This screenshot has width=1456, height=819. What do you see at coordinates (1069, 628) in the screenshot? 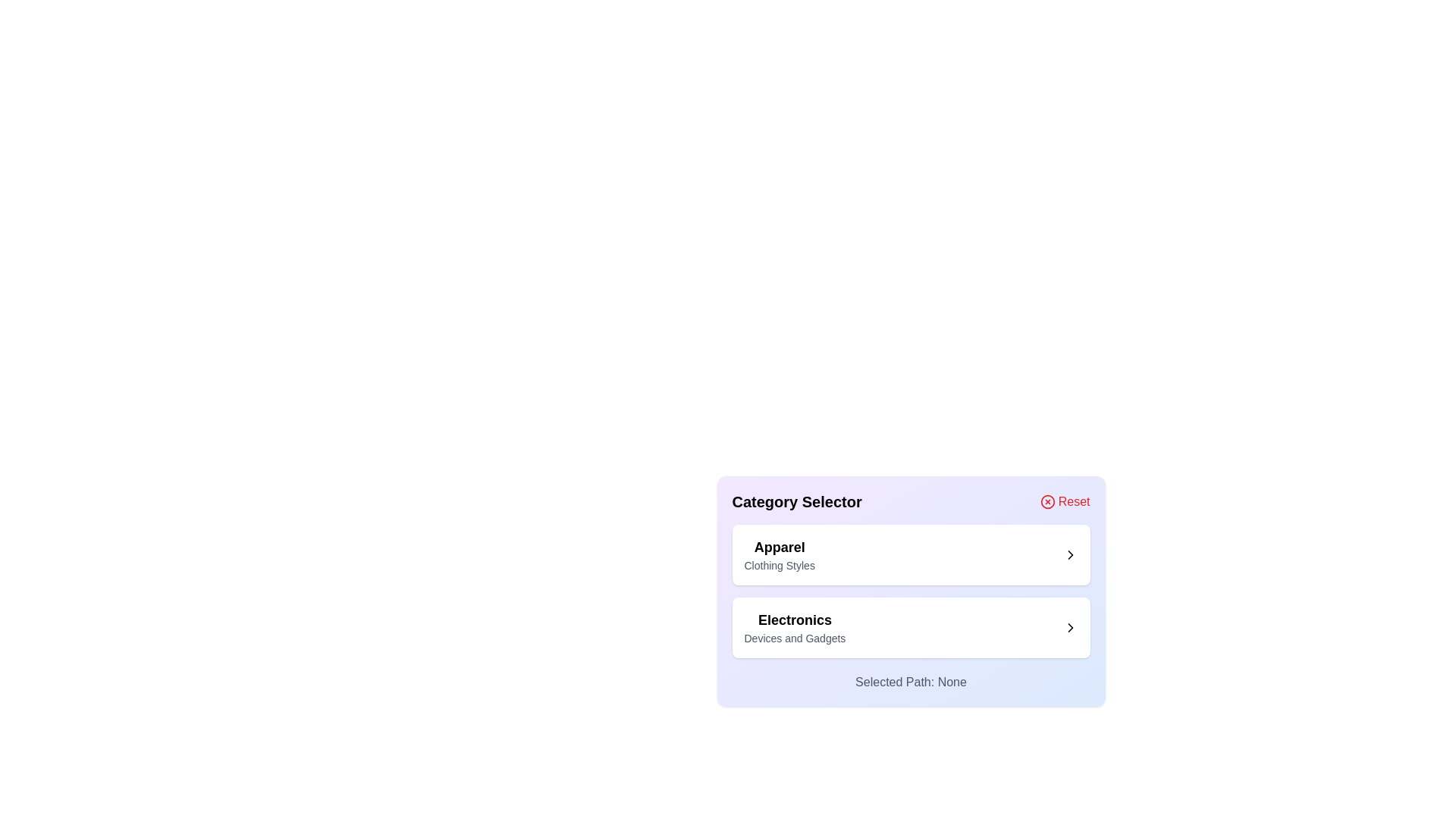
I see `the Chevron icon located on the far right of the 'Electronics' row, adjacent to 'Devices and Gadgets'` at bounding box center [1069, 628].